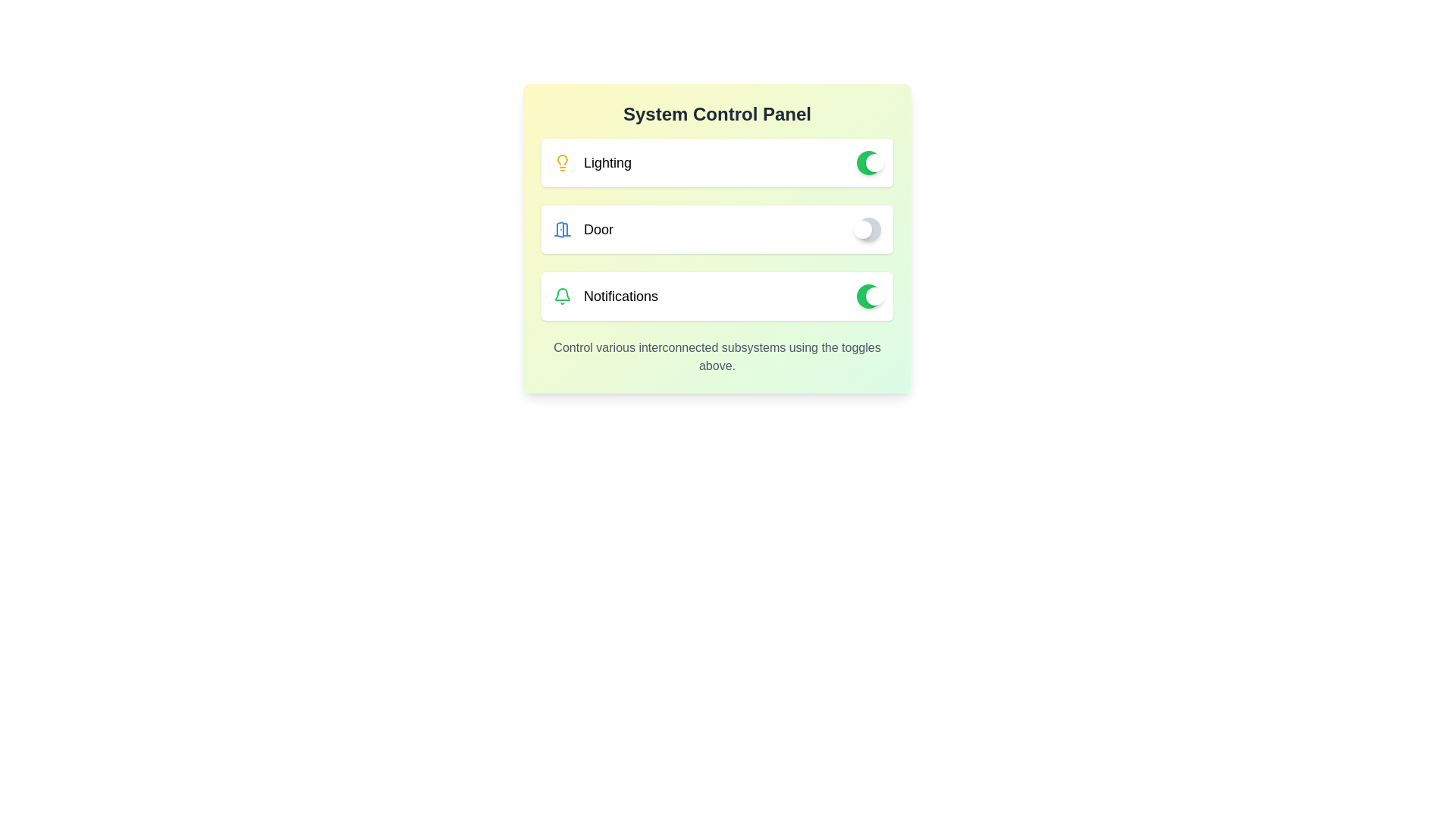 Image resolution: width=1456 pixels, height=819 pixels. I want to click on the notifications toggle to switch it off, so click(869, 296).